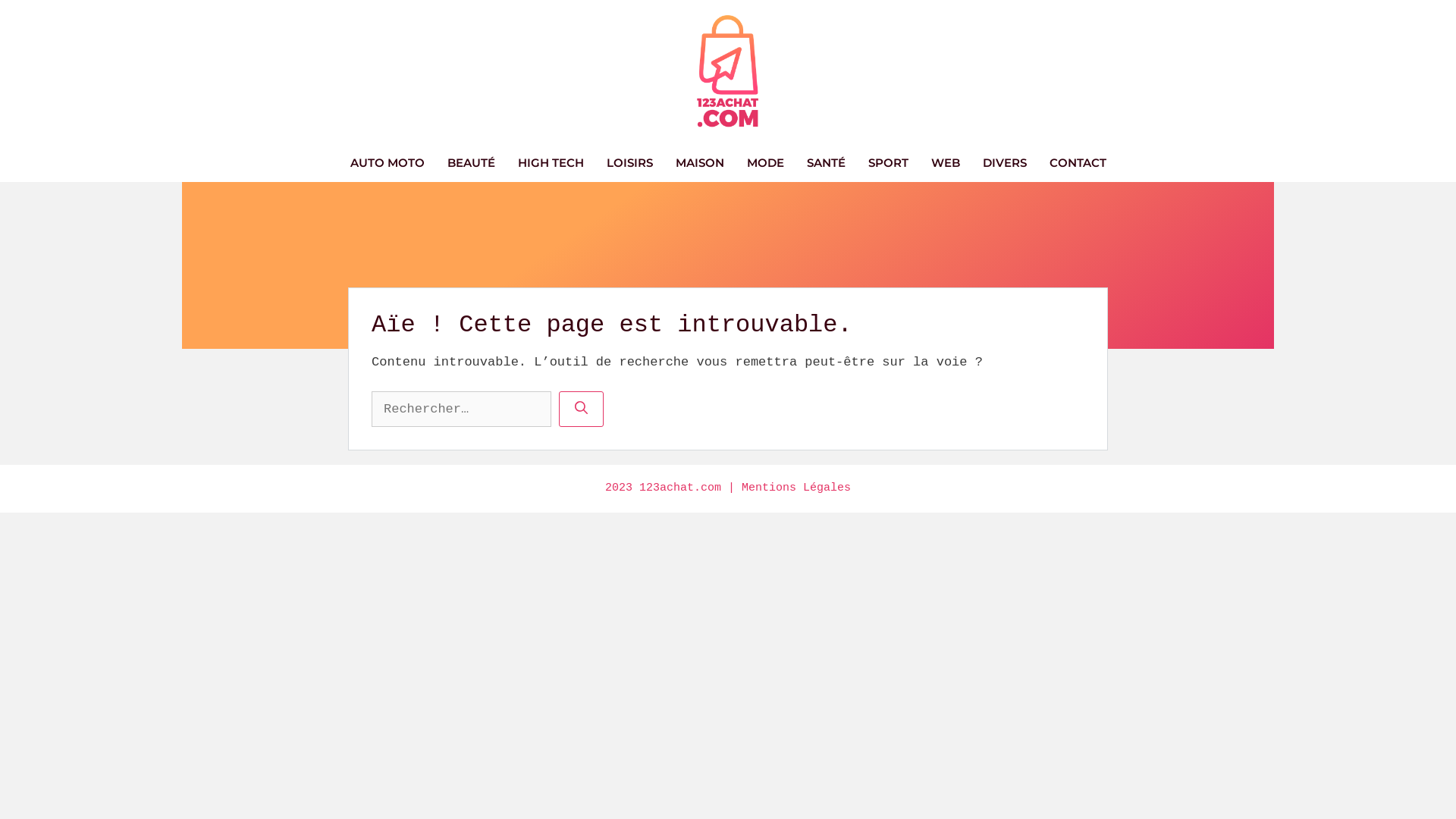 The height and width of the screenshot is (819, 1456). Describe the element at coordinates (506, 163) in the screenshot. I see `'HIGH TECH'` at that location.